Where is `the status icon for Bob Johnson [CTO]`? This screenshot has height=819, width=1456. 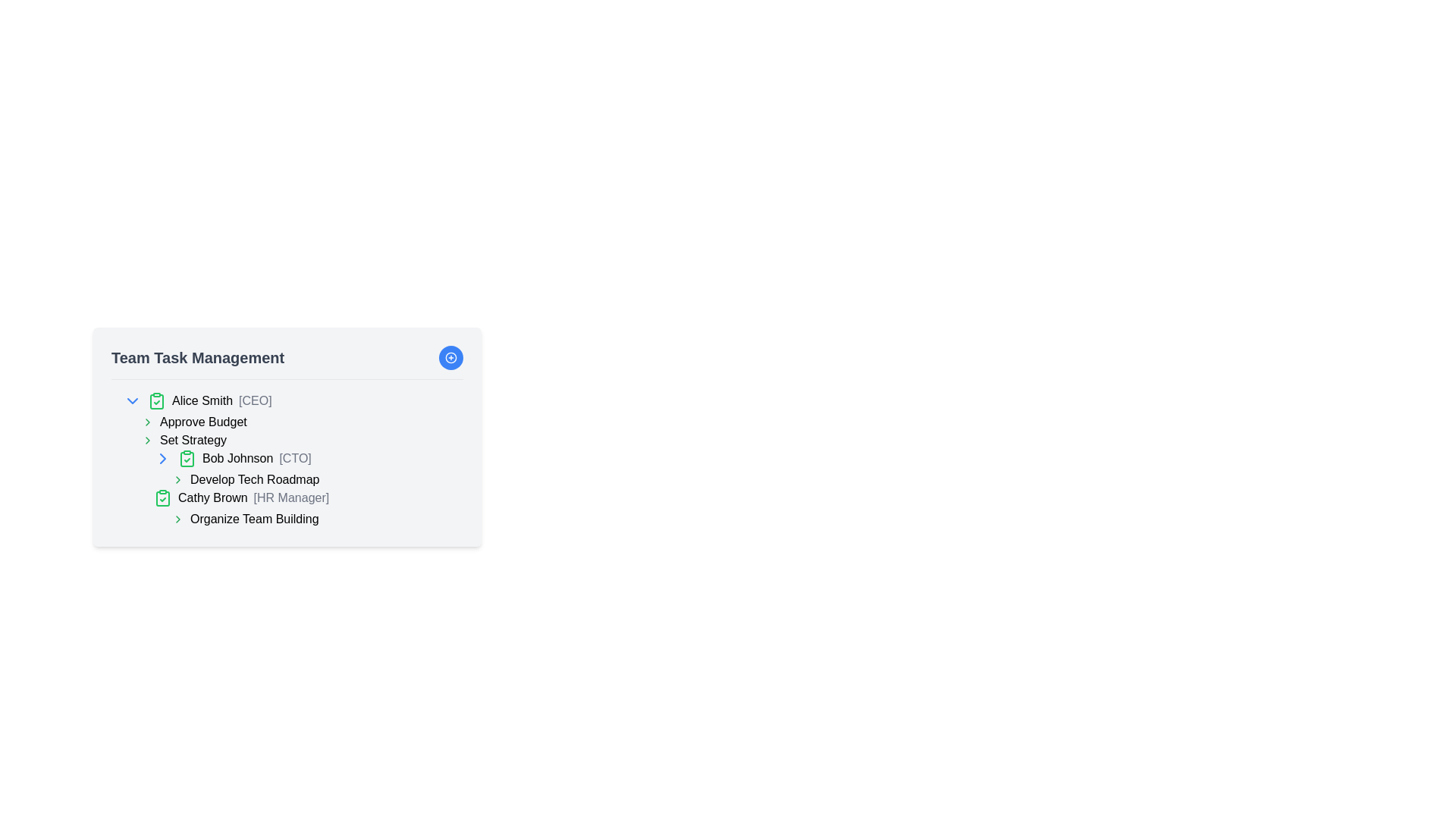 the status icon for Bob Johnson [CTO] is located at coordinates (186, 458).